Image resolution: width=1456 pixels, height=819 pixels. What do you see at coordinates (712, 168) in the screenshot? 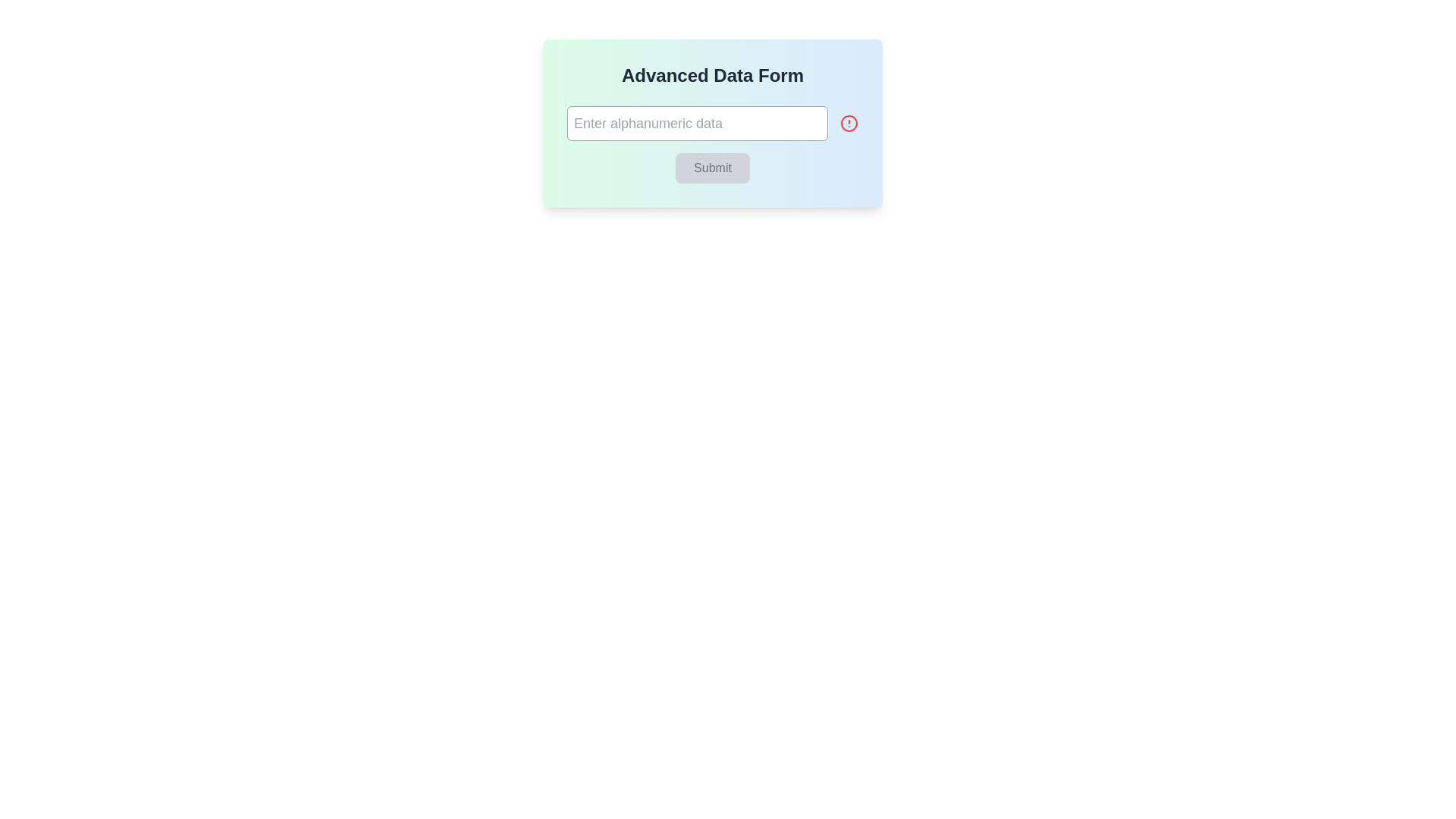
I see `the 'Submit' button, which is currently disabled and located at the bottom of the input field labeled 'Enter alphanumeric data'` at bounding box center [712, 168].